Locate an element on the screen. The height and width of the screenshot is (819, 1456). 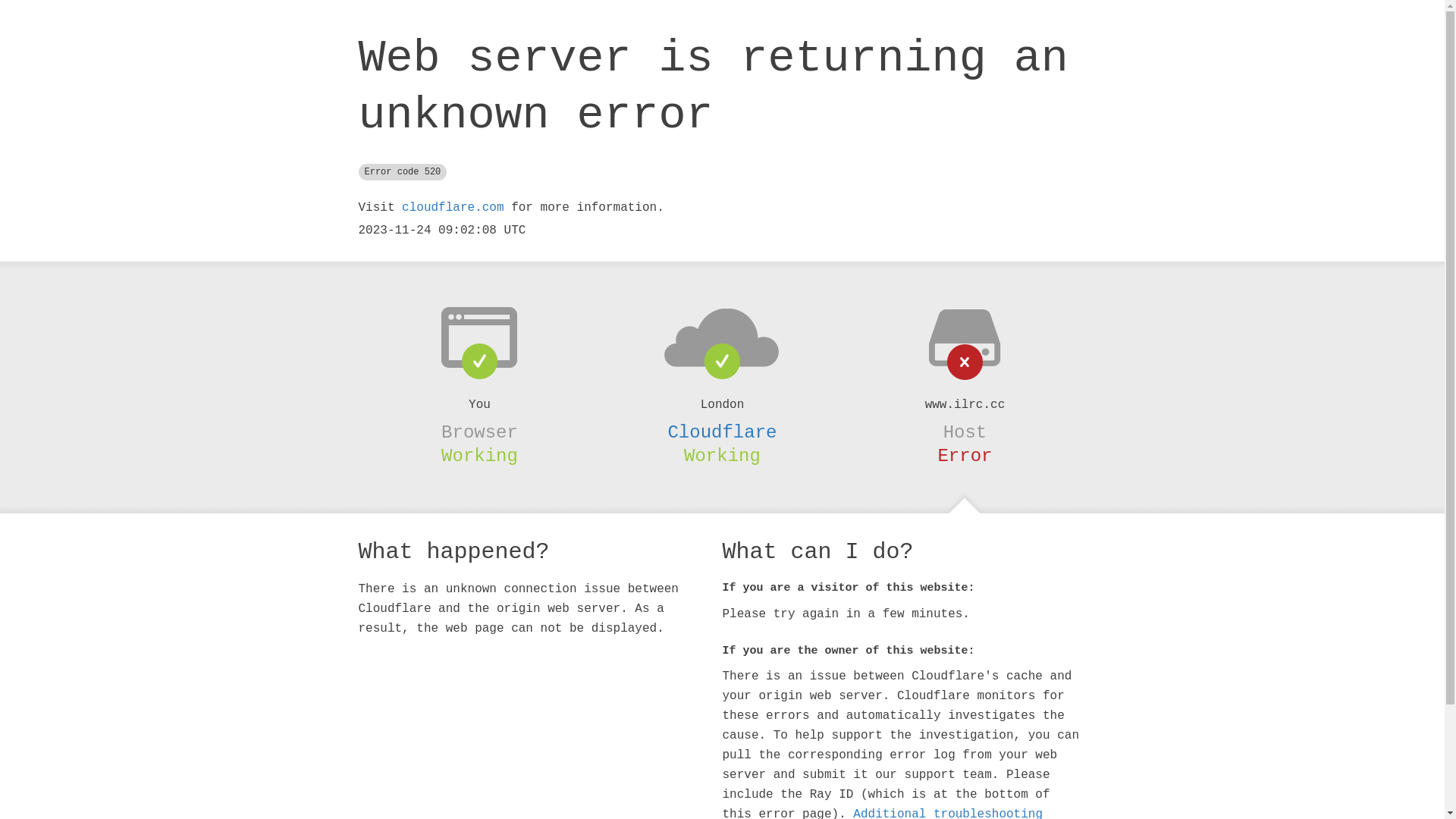
'cloudflare.com' is located at coordinates (451, 207).